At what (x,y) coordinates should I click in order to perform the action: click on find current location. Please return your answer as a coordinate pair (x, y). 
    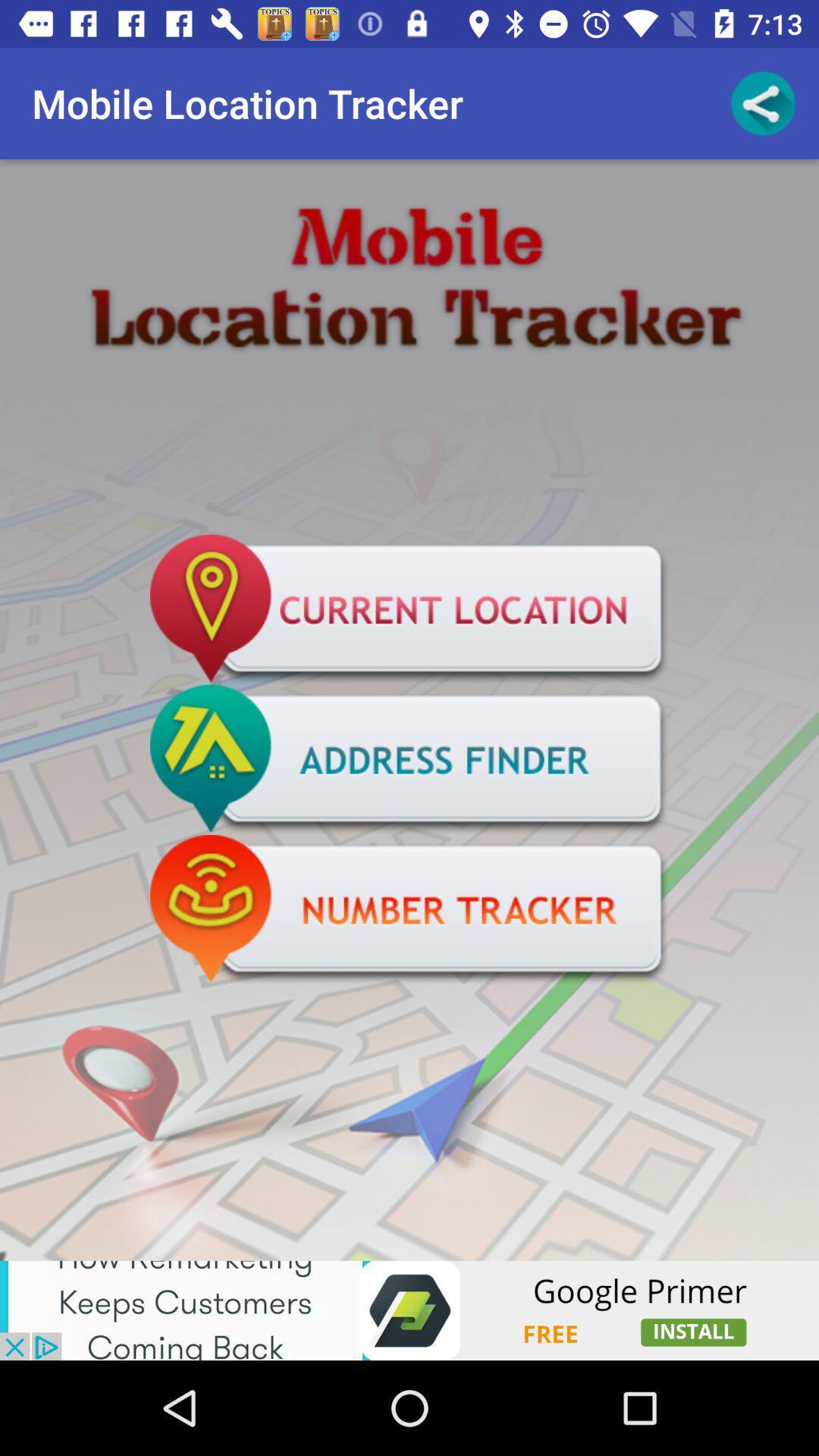
    Looking at the image, I should click on (409, 610).